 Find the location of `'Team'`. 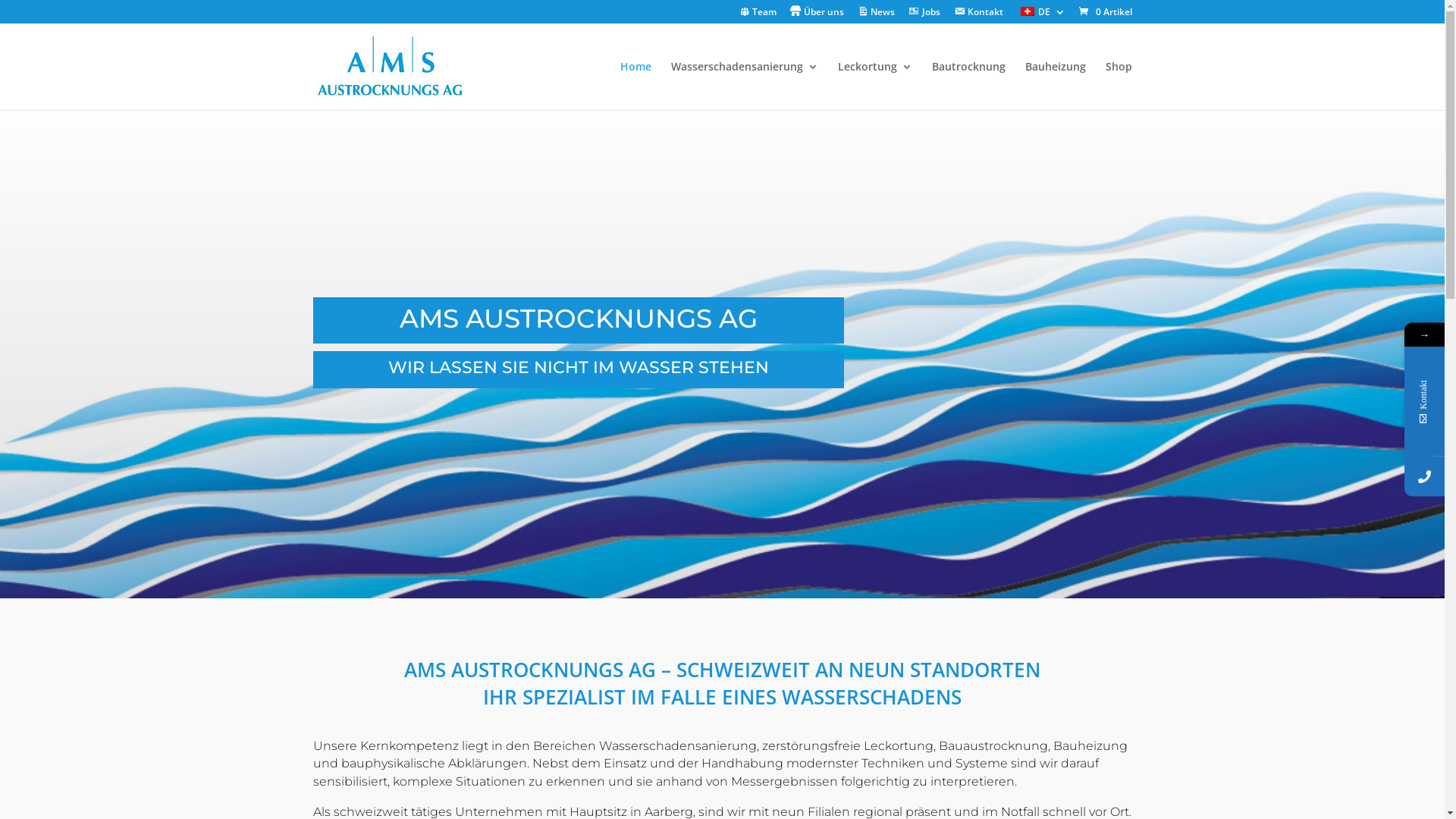

'Team' is located at coordinates (739, 15).